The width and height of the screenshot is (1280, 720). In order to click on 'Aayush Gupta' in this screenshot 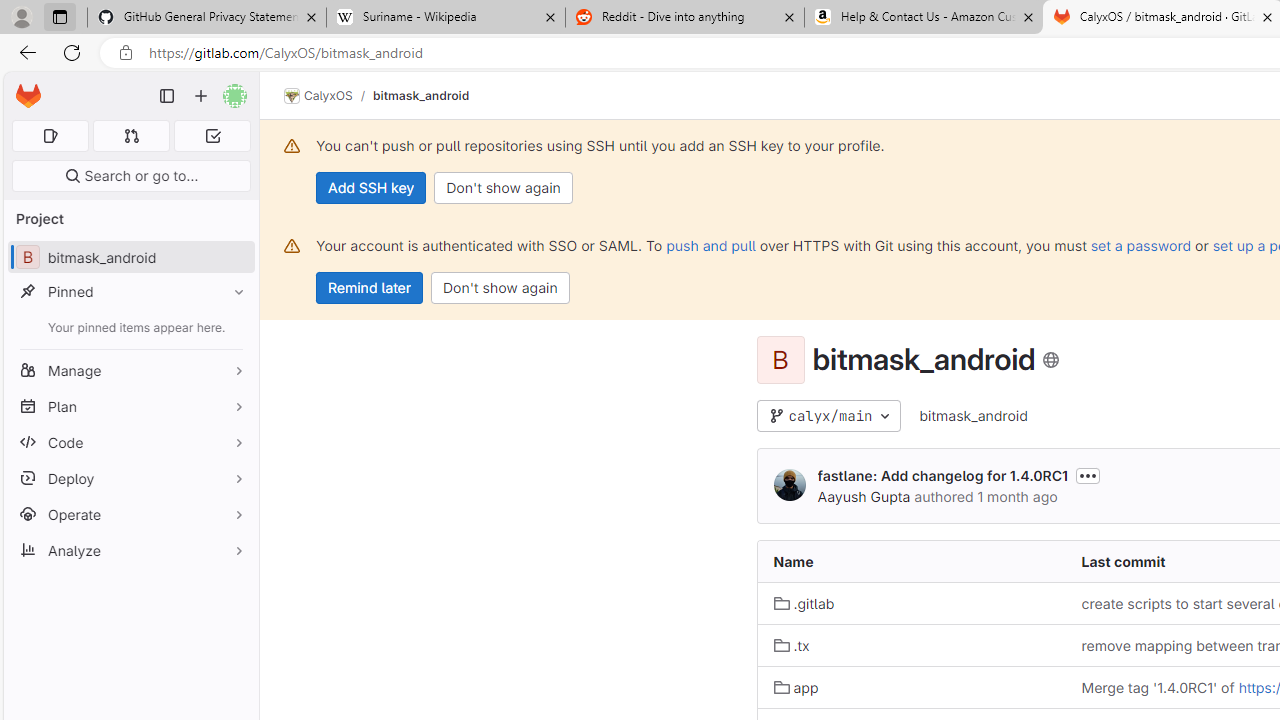, I will do `click(788, 484)`.